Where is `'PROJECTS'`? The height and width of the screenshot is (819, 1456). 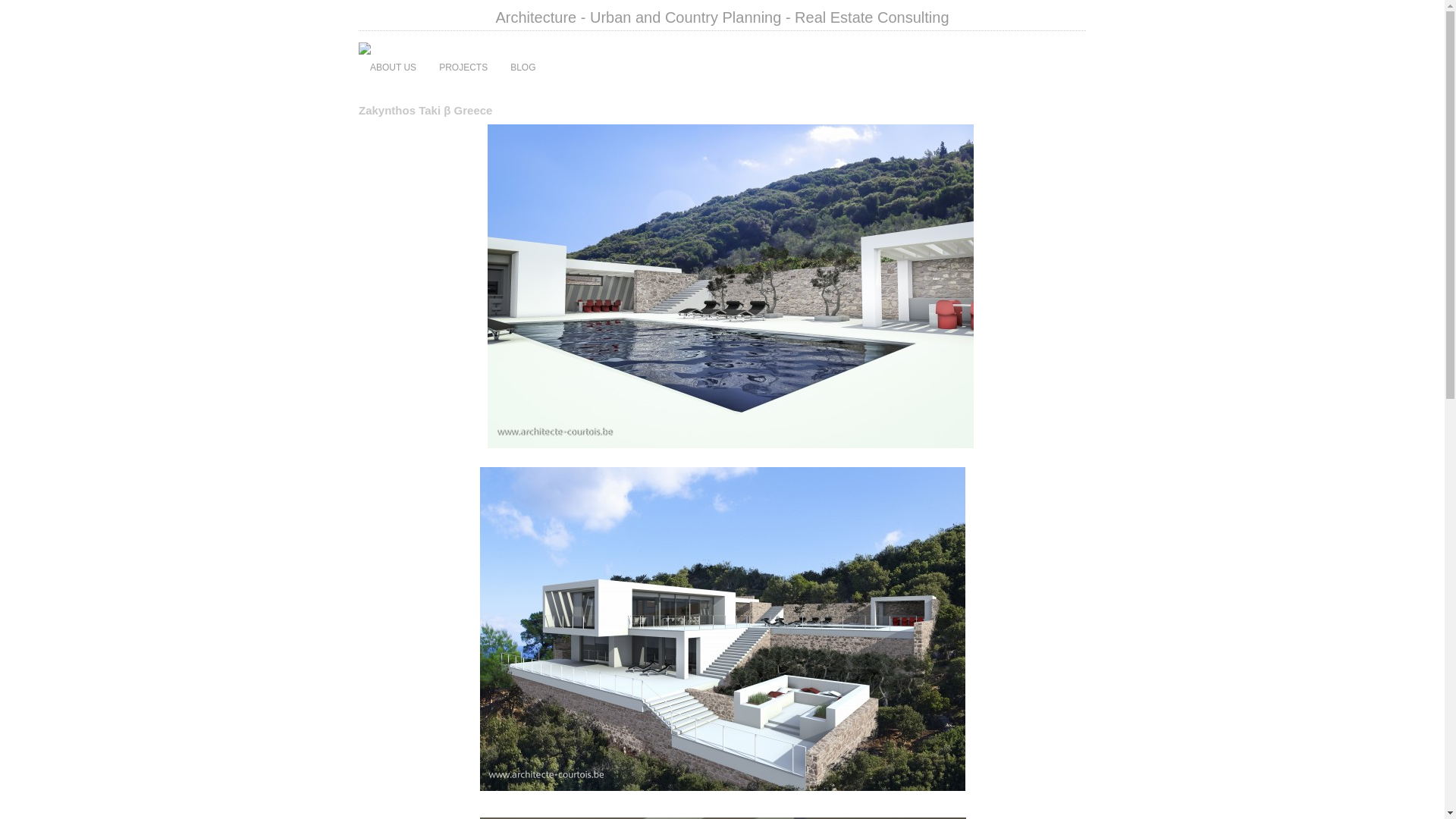 'PROJECTS' is located at coordinates (462, 66).